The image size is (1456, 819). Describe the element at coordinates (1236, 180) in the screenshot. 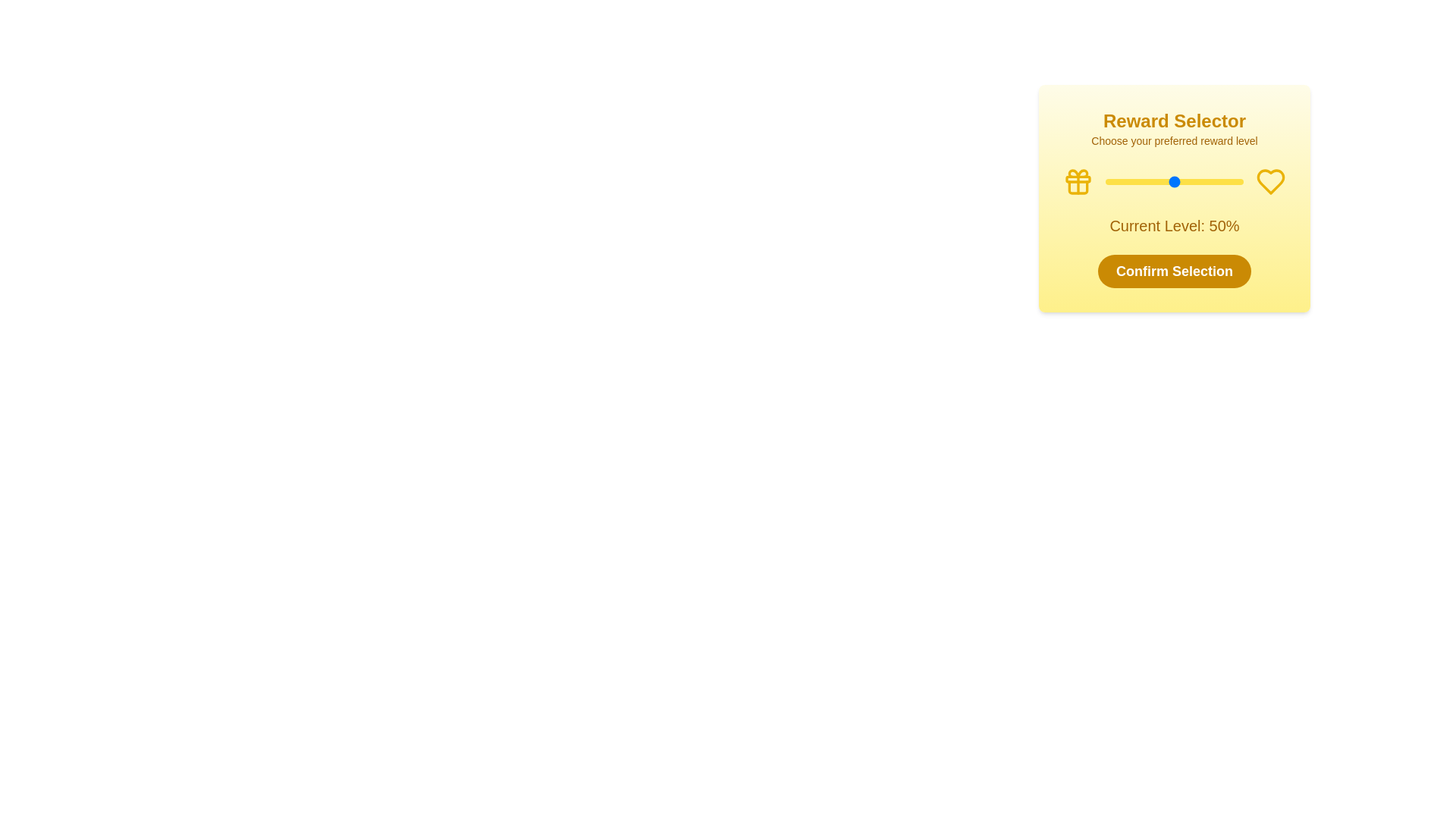

I see `the reward level` at that location.